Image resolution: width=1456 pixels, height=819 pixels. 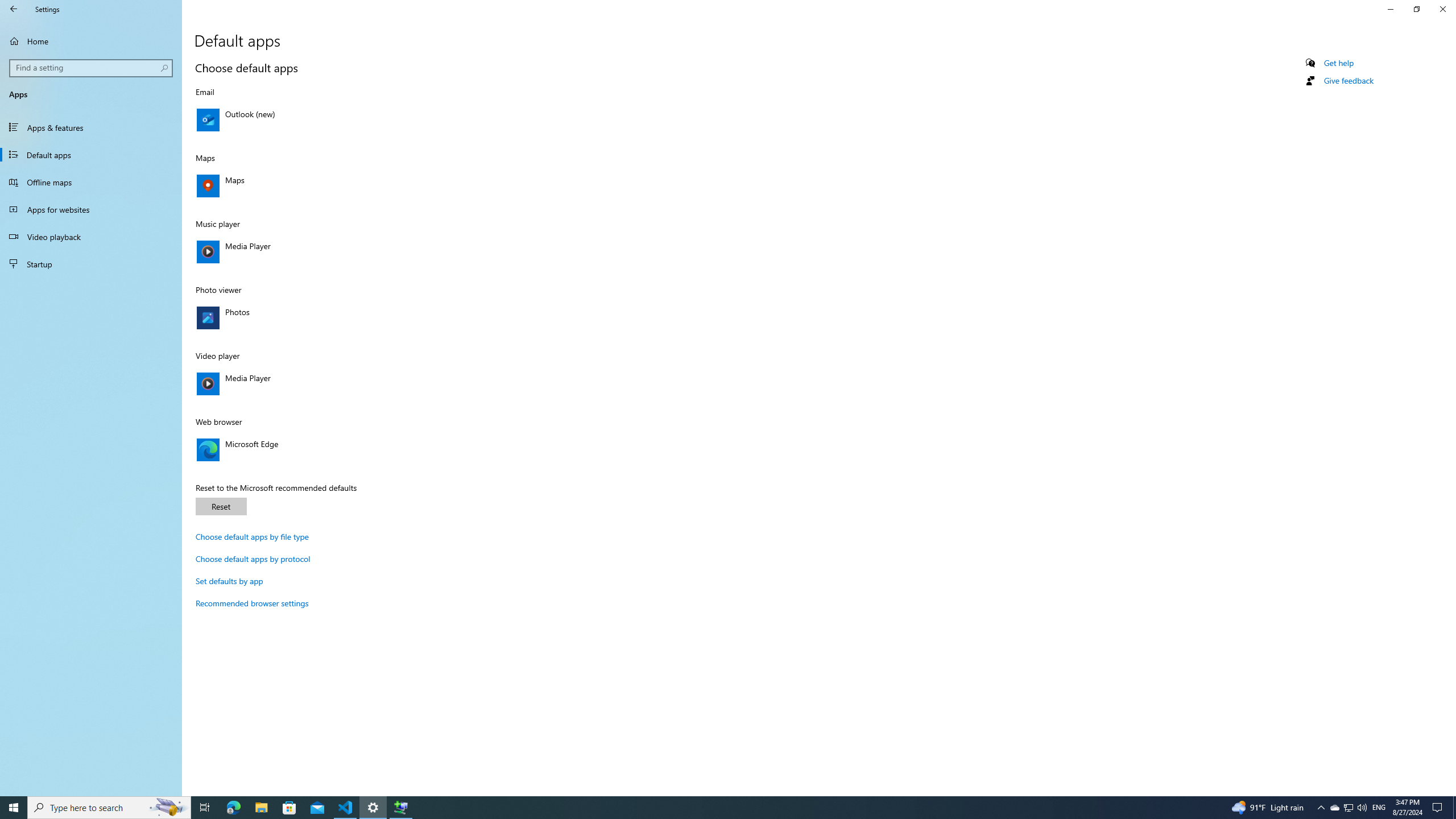 I want to click on 'Default apps', so click(x=90, y=154).